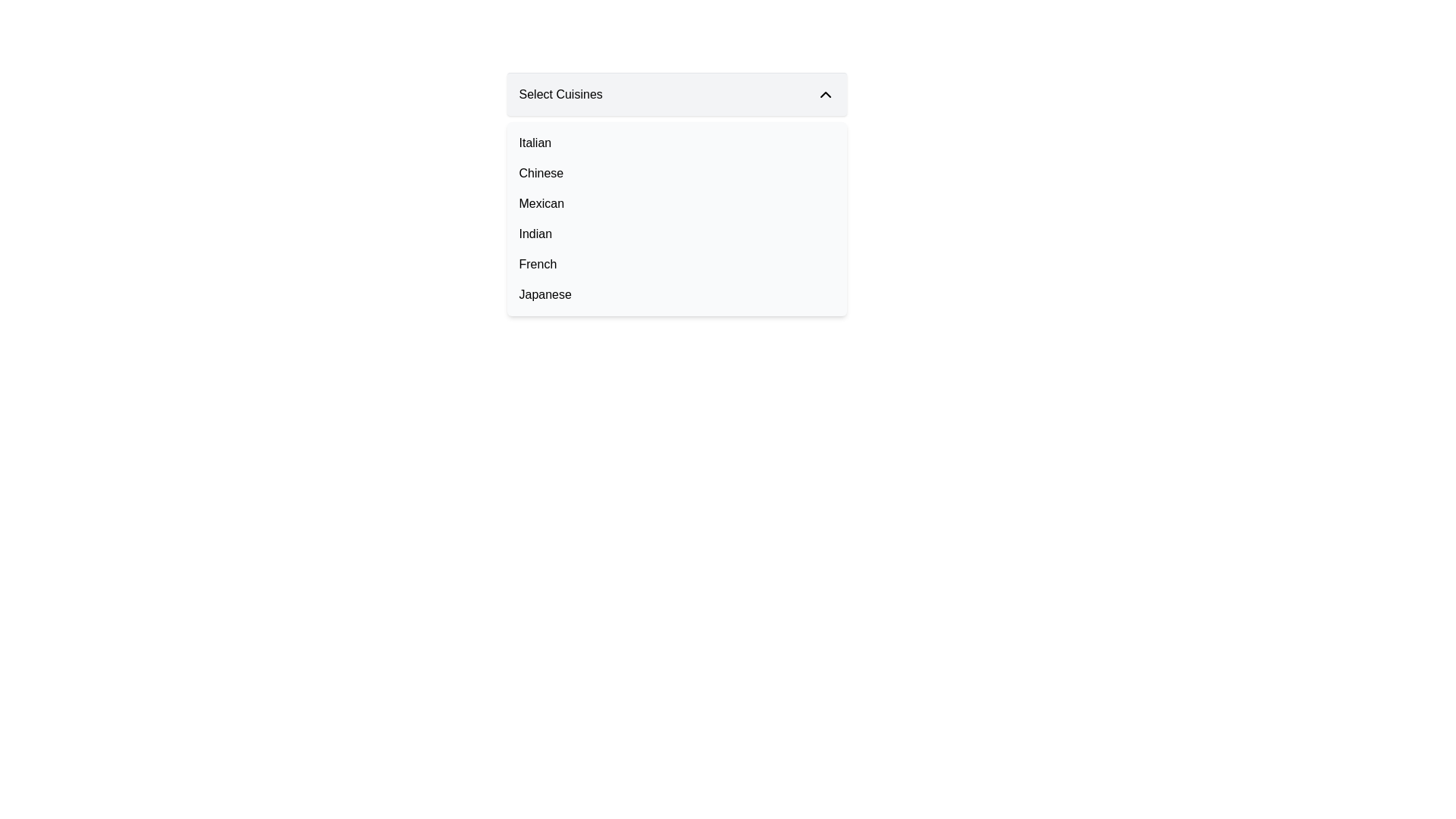 The width and height of the screenshot is (1456, 819). I want to click on to select the 'French' option in the dropdown menu, which is the fifth item listed below 'Indian' and above 'Japanese', so click(676, 263).